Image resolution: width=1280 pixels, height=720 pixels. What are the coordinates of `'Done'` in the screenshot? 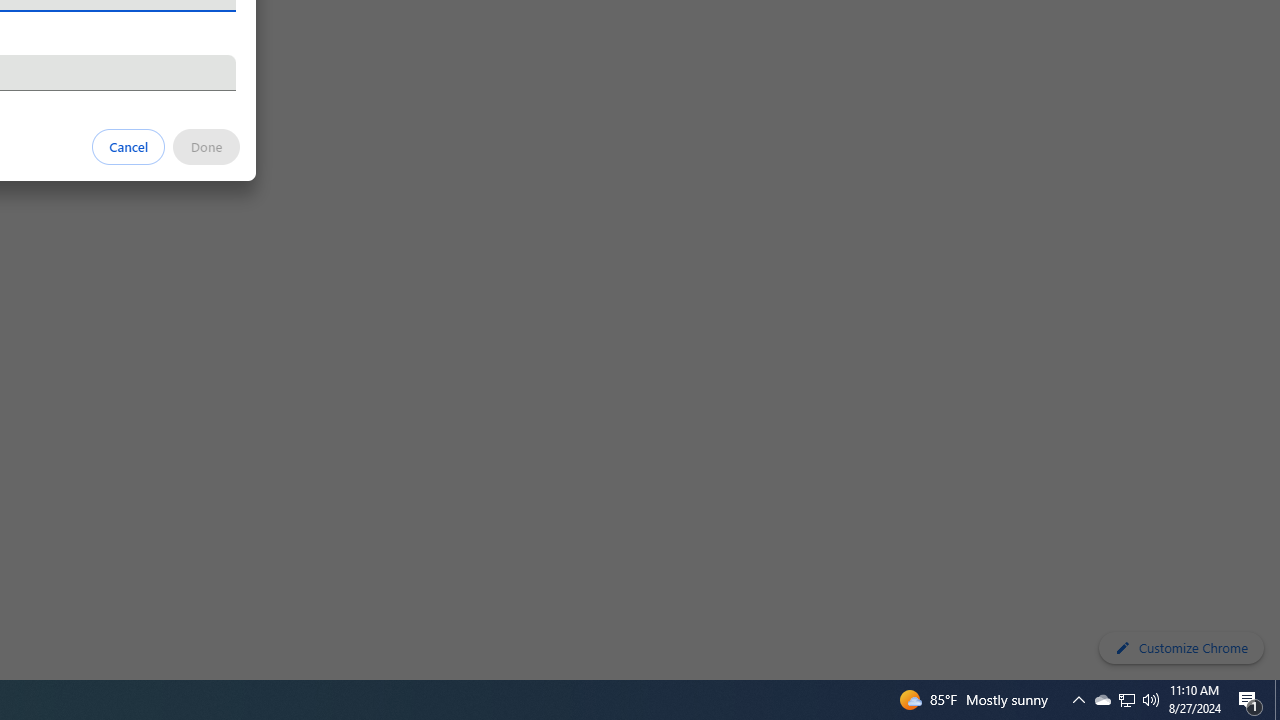 It's located at (206, 145).